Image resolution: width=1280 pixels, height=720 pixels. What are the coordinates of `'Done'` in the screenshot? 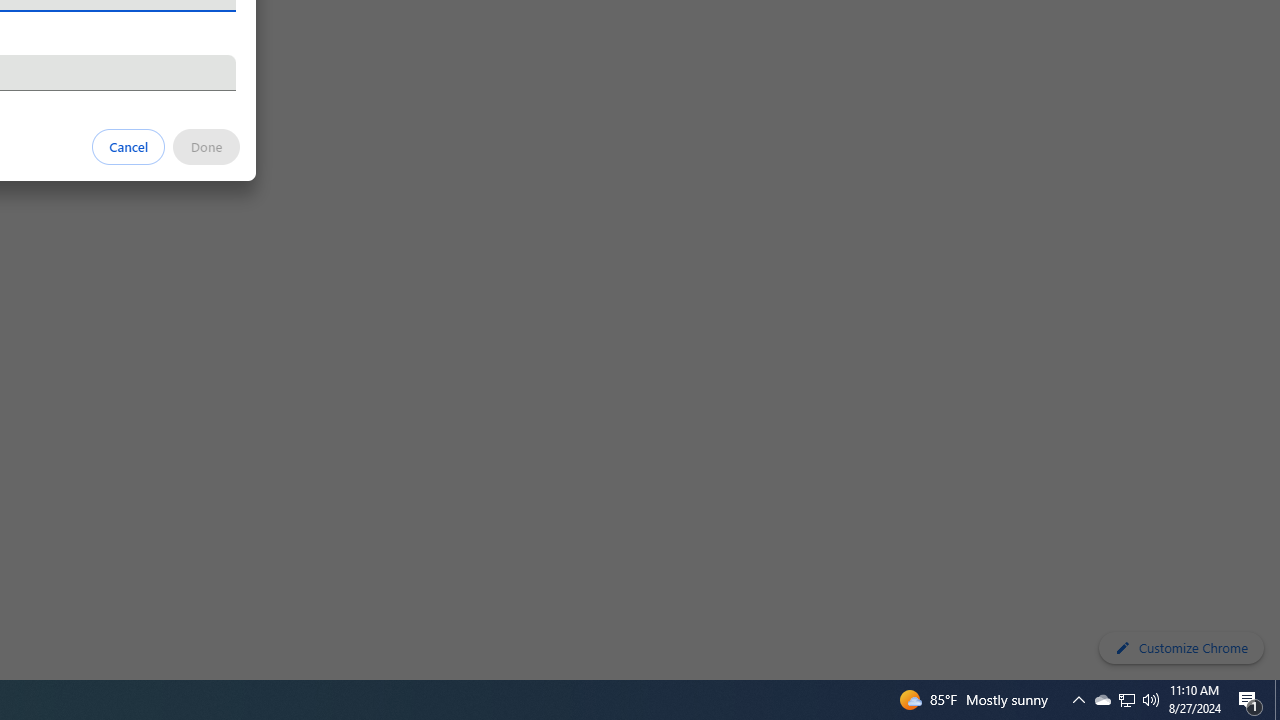 It's located at (206, 145).